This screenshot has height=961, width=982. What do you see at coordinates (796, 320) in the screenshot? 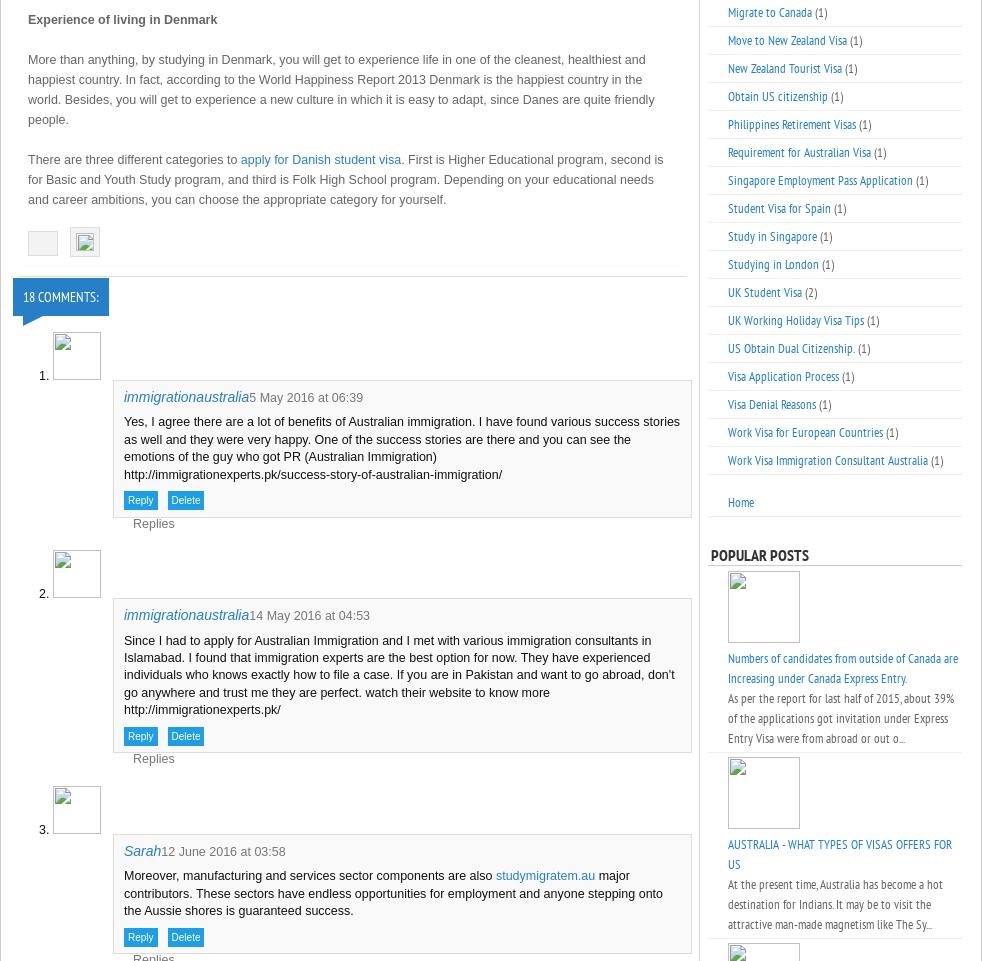
I see `'UK Working Holiday Visa Tips'` at bounding box center [796, 320].